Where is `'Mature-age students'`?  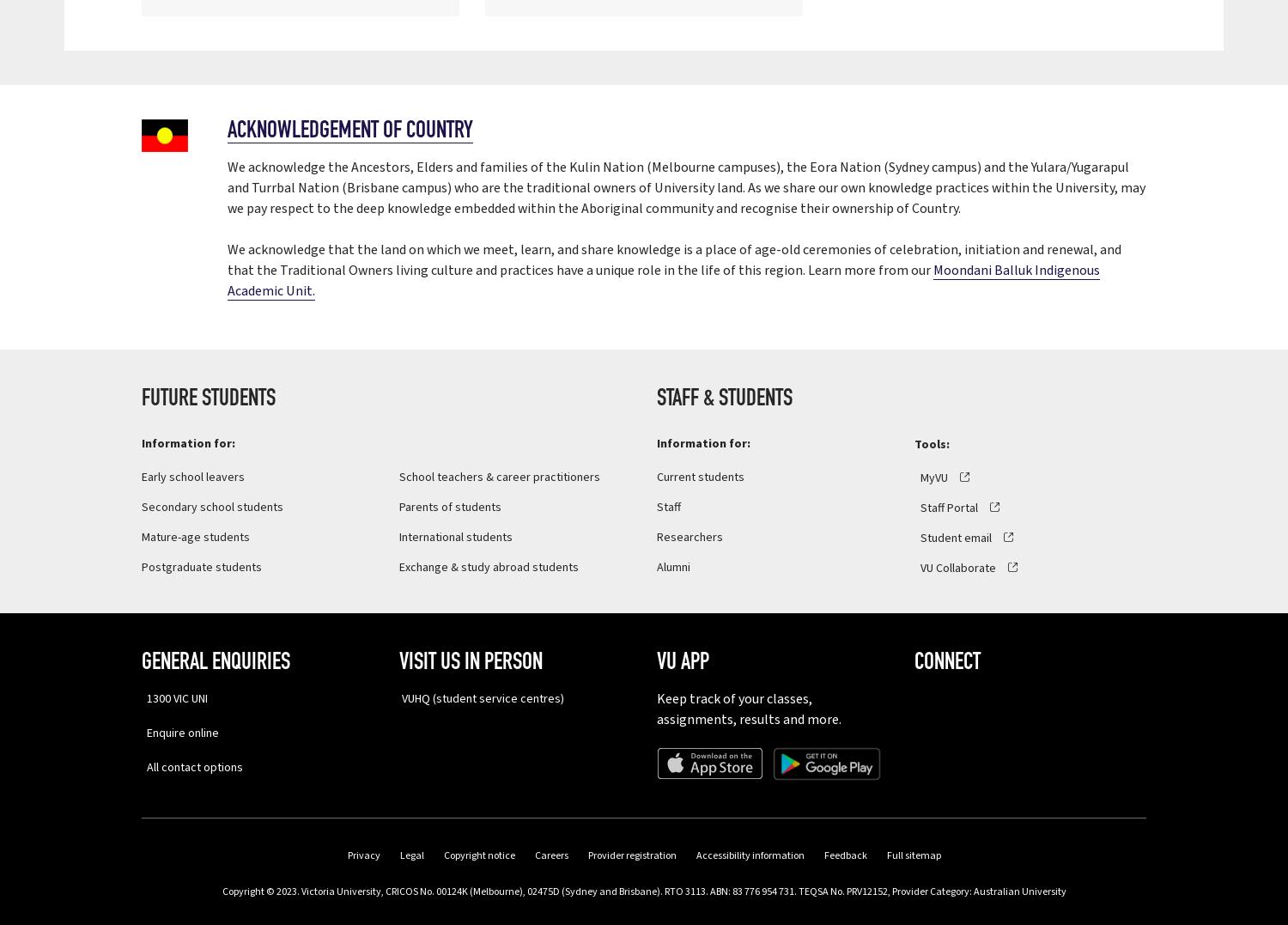 'Mature-age students' is located at coordinates (195, 536).